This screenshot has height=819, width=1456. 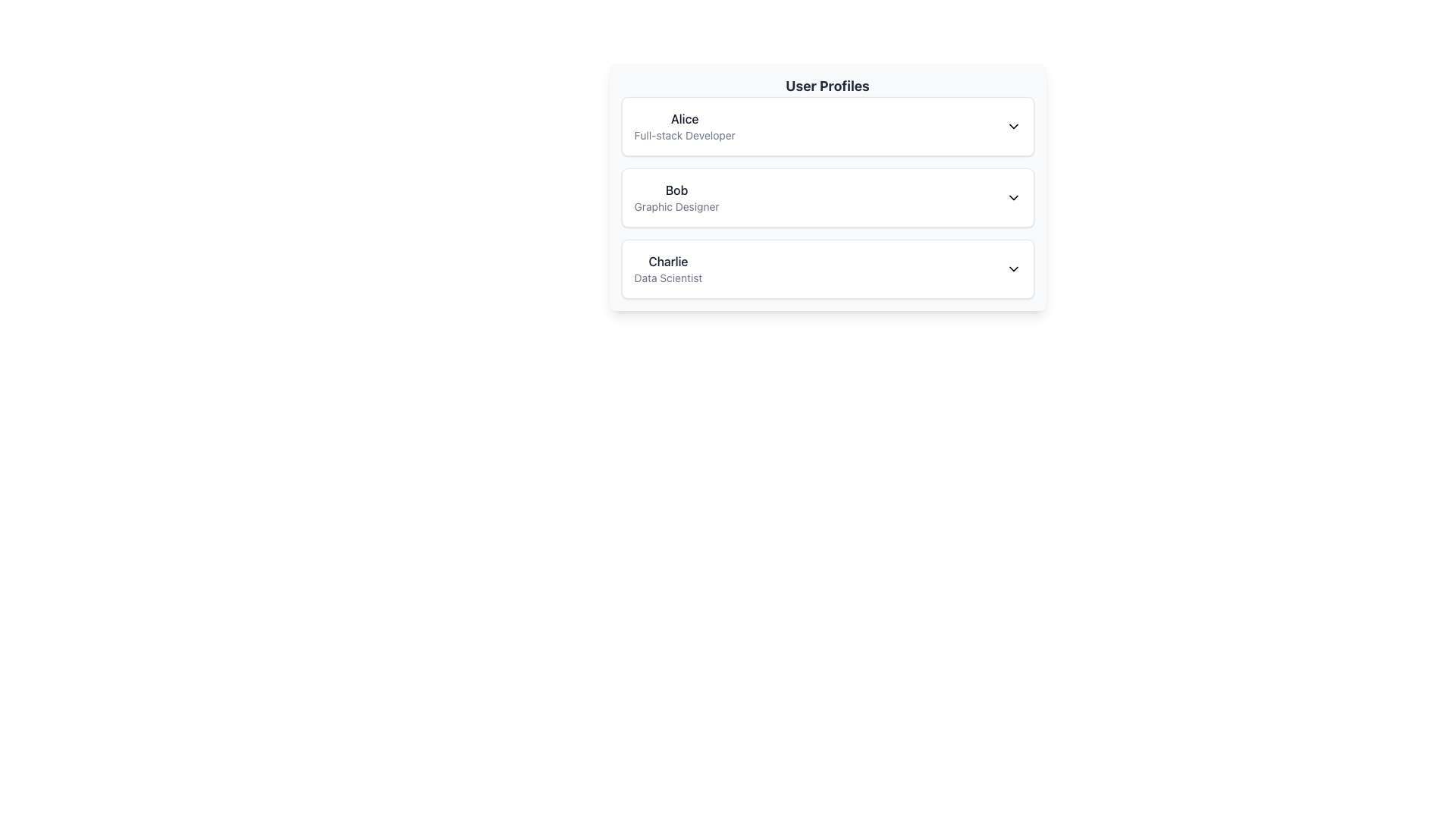 What do you see at coordinates (676, 197) in the screenshot?
I see `the text label displaying the user's name and occupation in the second user profile card, located beneath the card with 'Alice' and above the card with 'Charlie'` at bounding box center [676, 197].